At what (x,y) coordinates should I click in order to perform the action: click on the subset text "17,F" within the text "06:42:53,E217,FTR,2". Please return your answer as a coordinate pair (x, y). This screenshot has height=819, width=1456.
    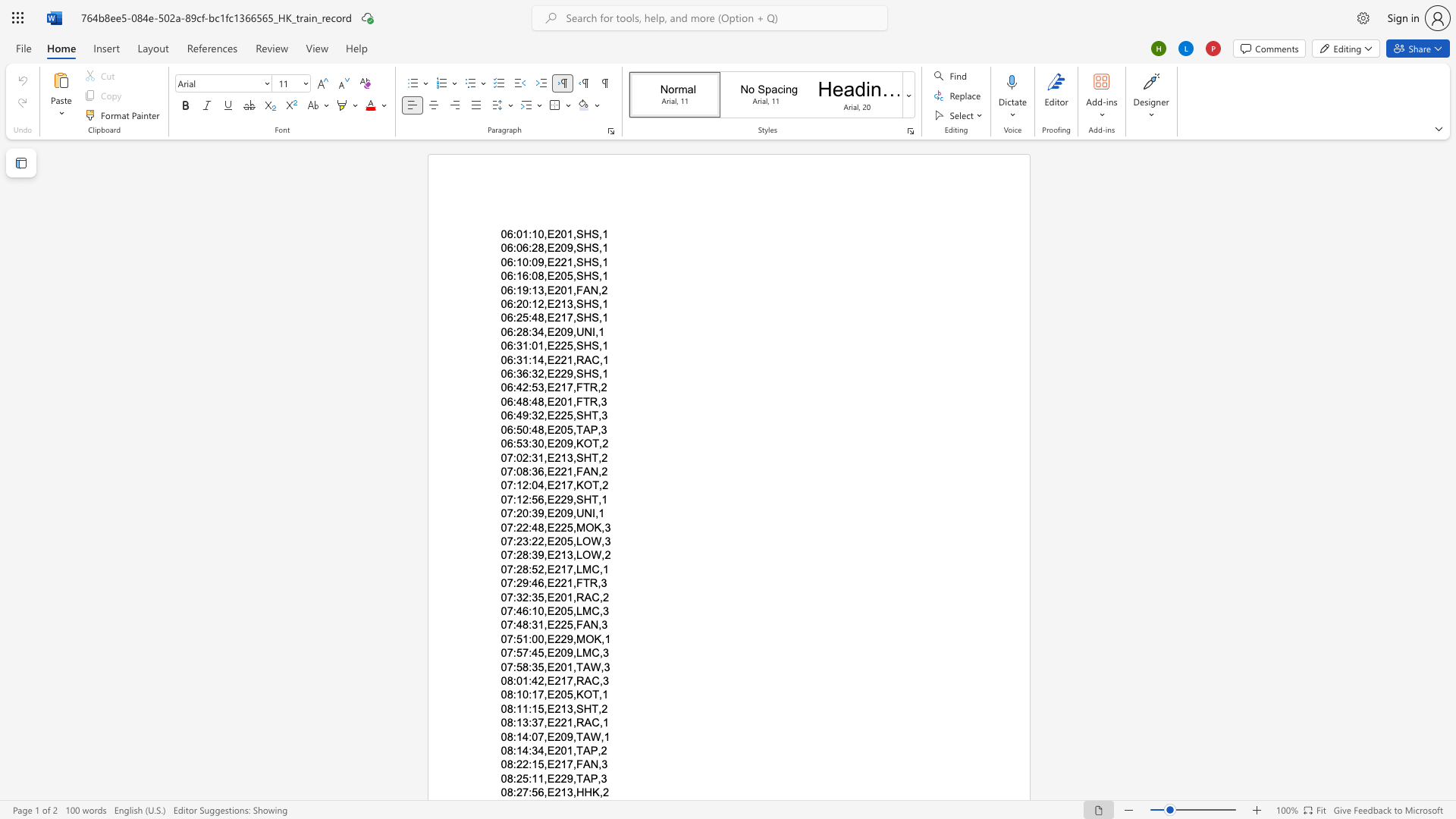
    Looking at the image, I should click on (560, 387).